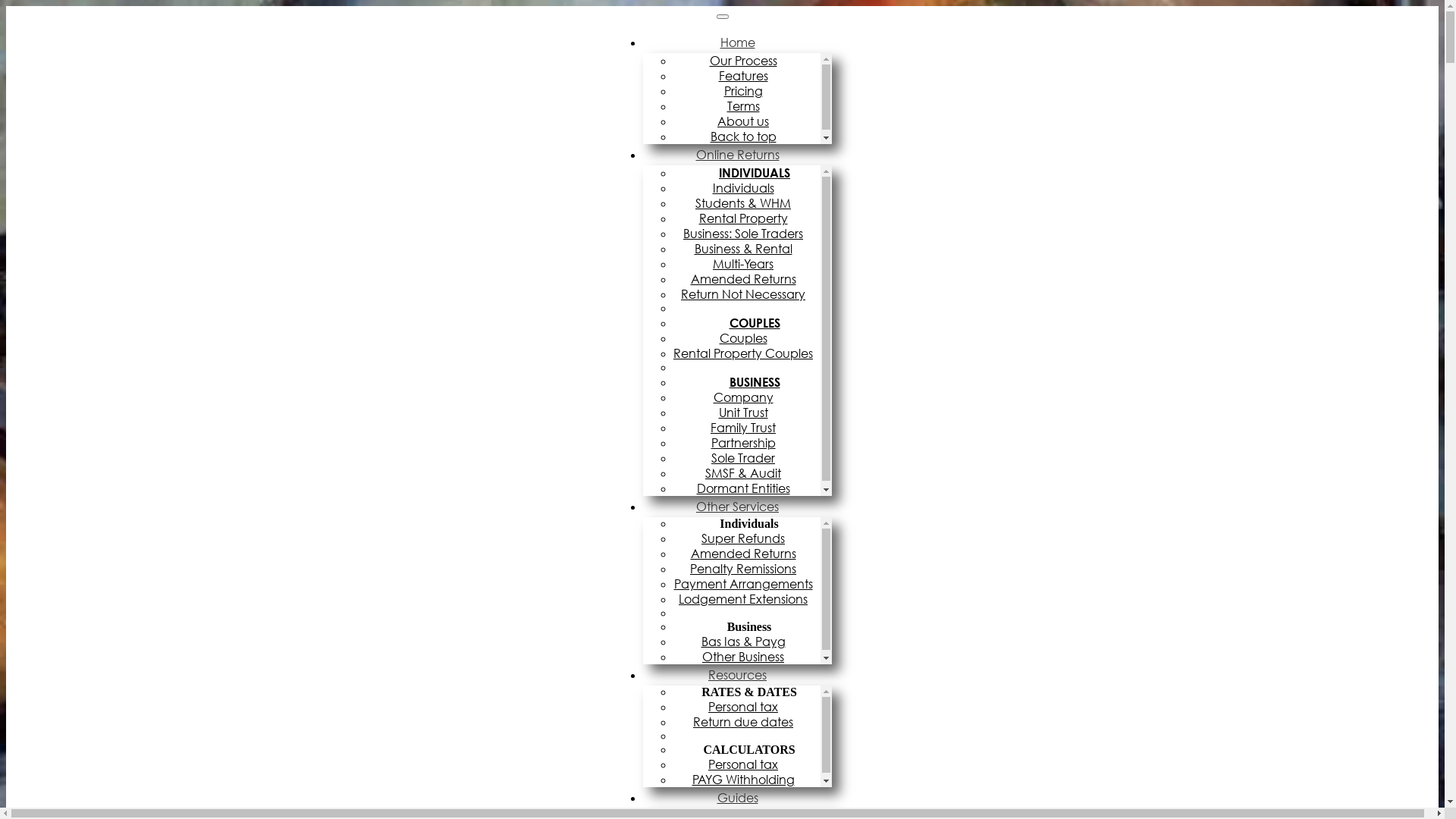 Image resolution: width=1456 pixels, height=819 pixels. Describe the element at coordinates (746, 202) in the screenshot. I see `'Students & WHM'` at that location.